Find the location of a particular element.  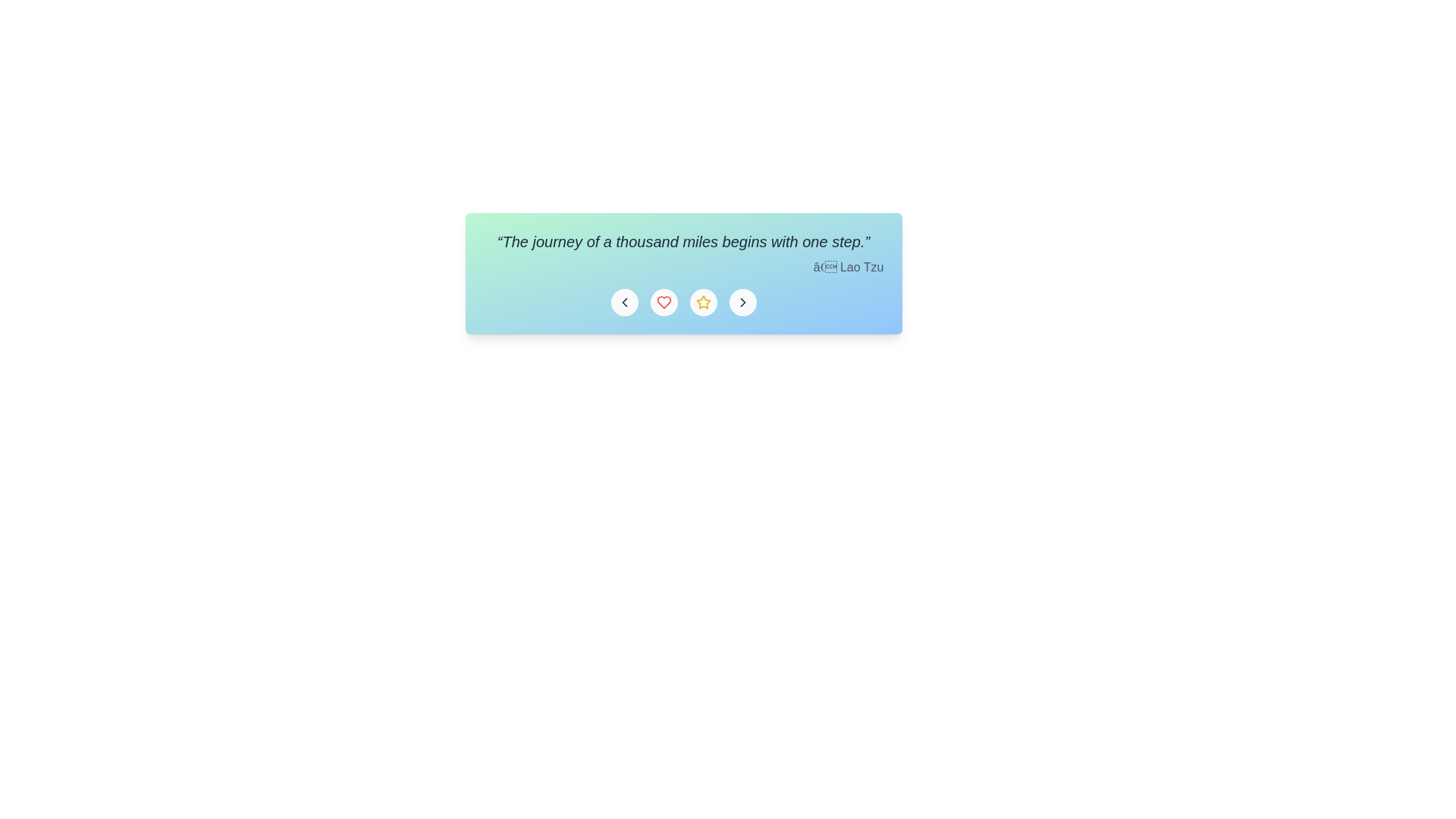

the circular button with a light gray background and a yellow star icon is located at coordinates (702, 302).